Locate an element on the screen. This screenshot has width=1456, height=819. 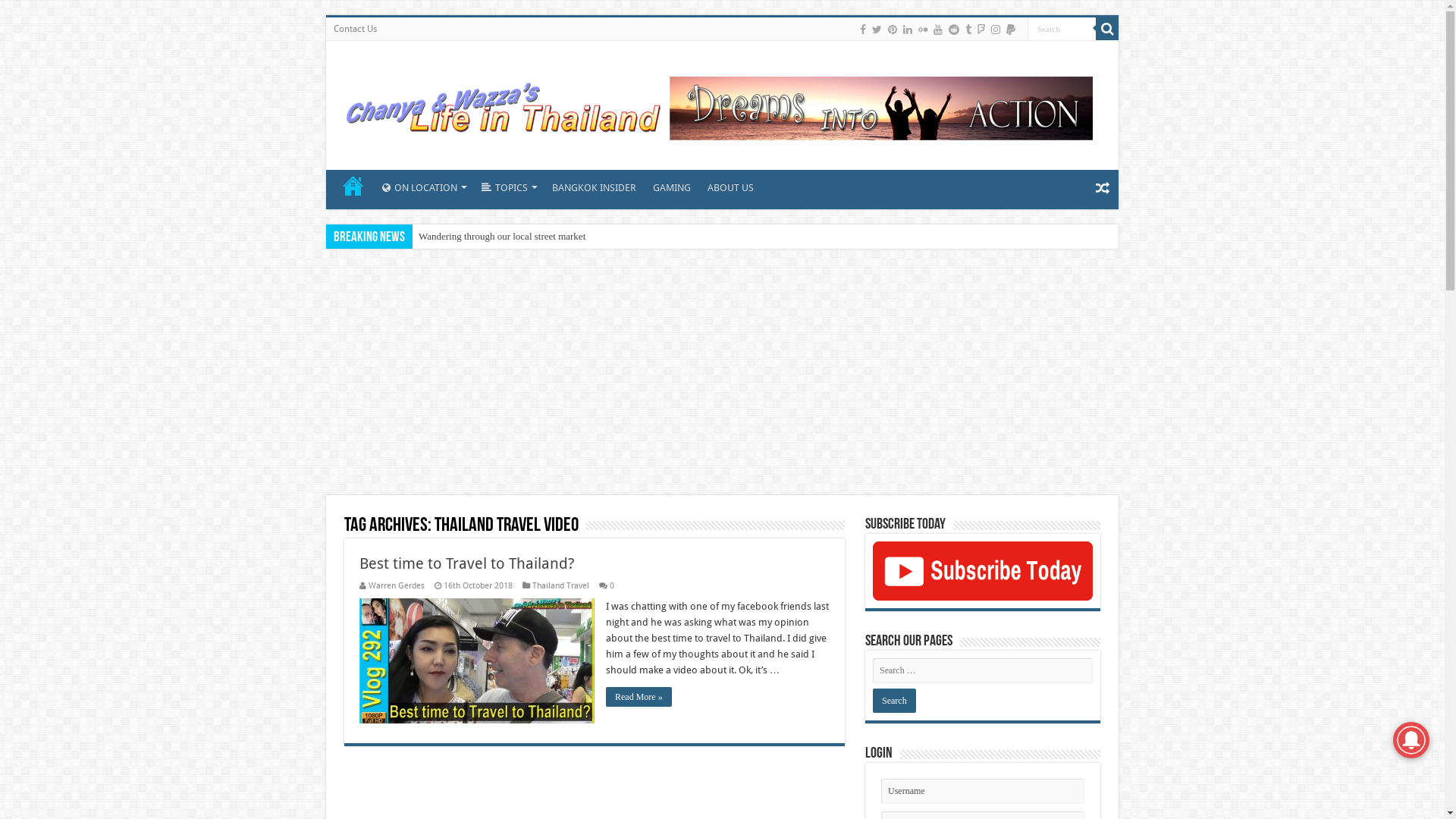
'OMG! No Vegemite!' is located at coordinates (459, 237).